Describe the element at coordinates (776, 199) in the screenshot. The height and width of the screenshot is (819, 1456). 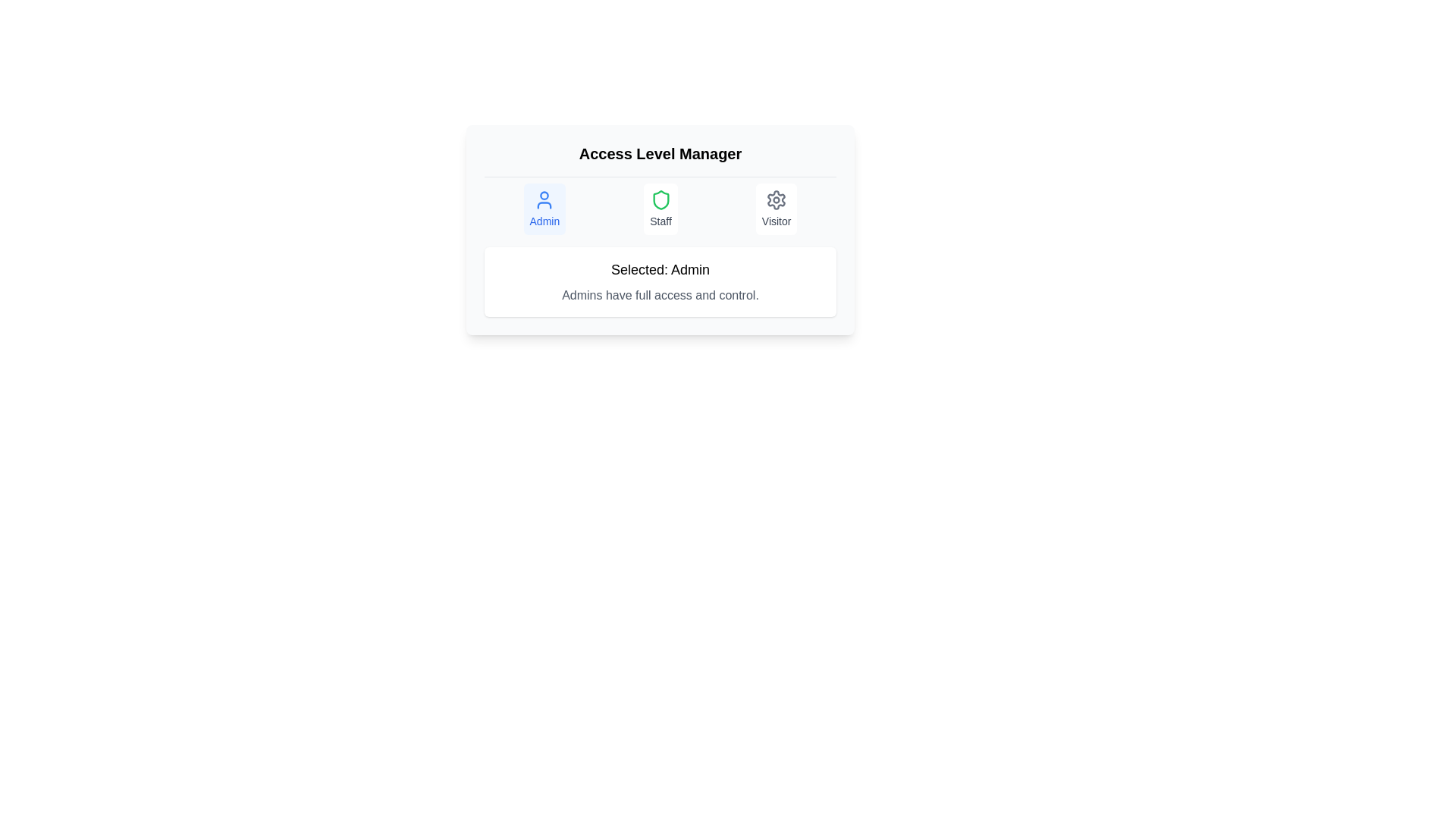
I see `gear icon representing the Visitor role in the Access Level Manager interface for additional interactive options` at that location.